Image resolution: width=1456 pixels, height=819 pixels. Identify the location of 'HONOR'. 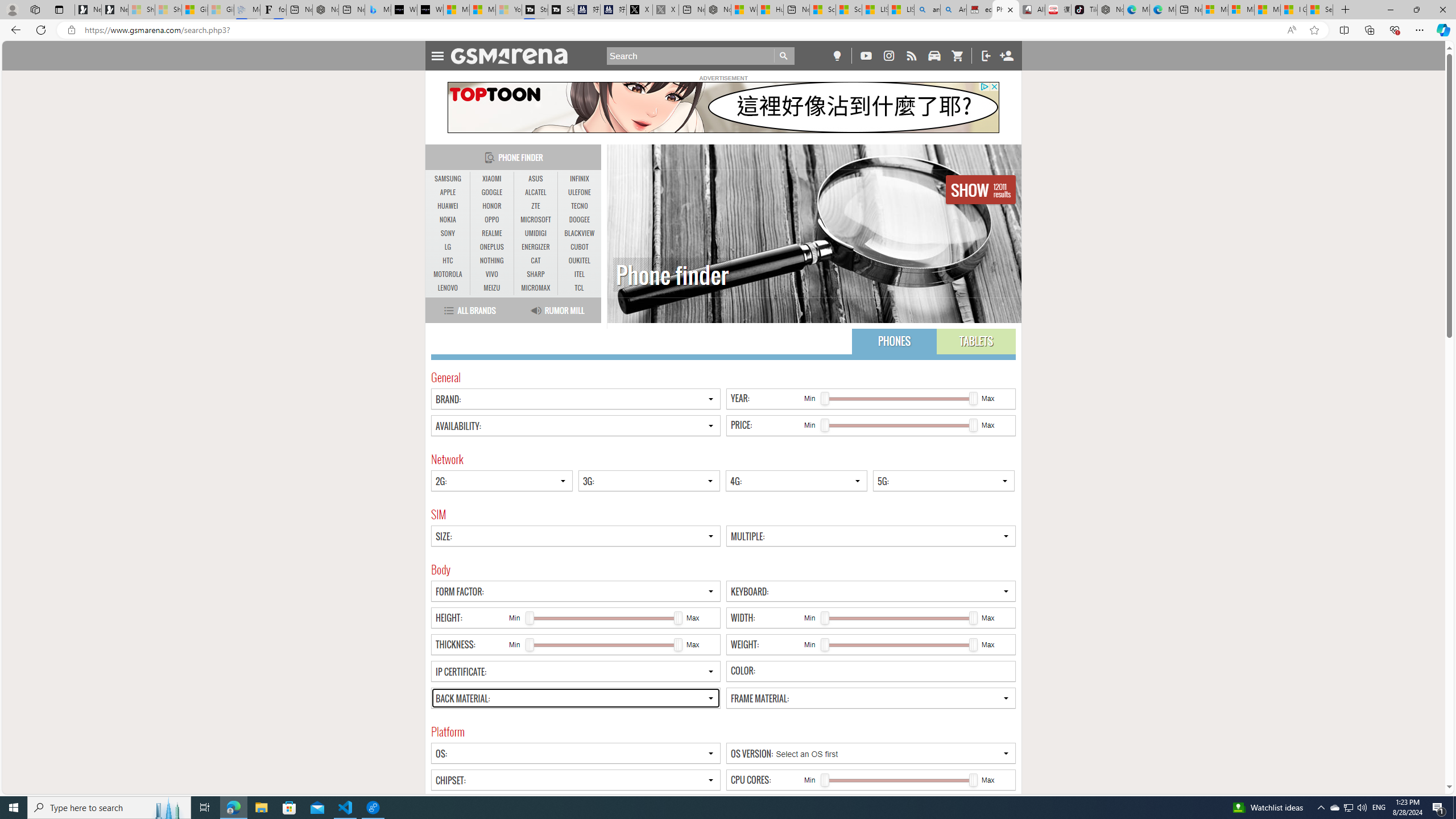
(491, 205).